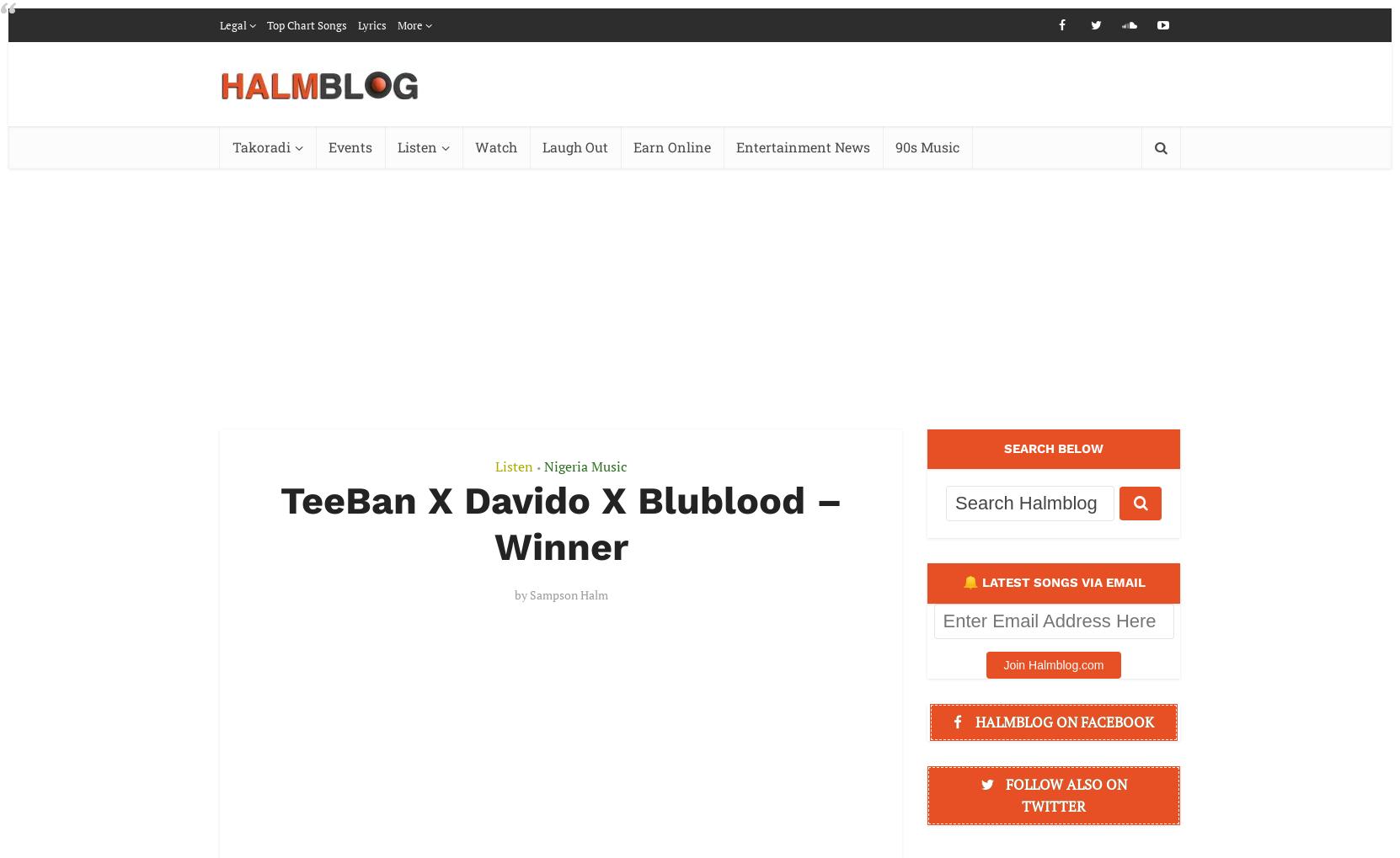 The width and height of the screenshot is (1400, 858). Describe the element at coordinates (1053, 449) in the screenshot. I see `'SEARCH BELOW'` at that location.